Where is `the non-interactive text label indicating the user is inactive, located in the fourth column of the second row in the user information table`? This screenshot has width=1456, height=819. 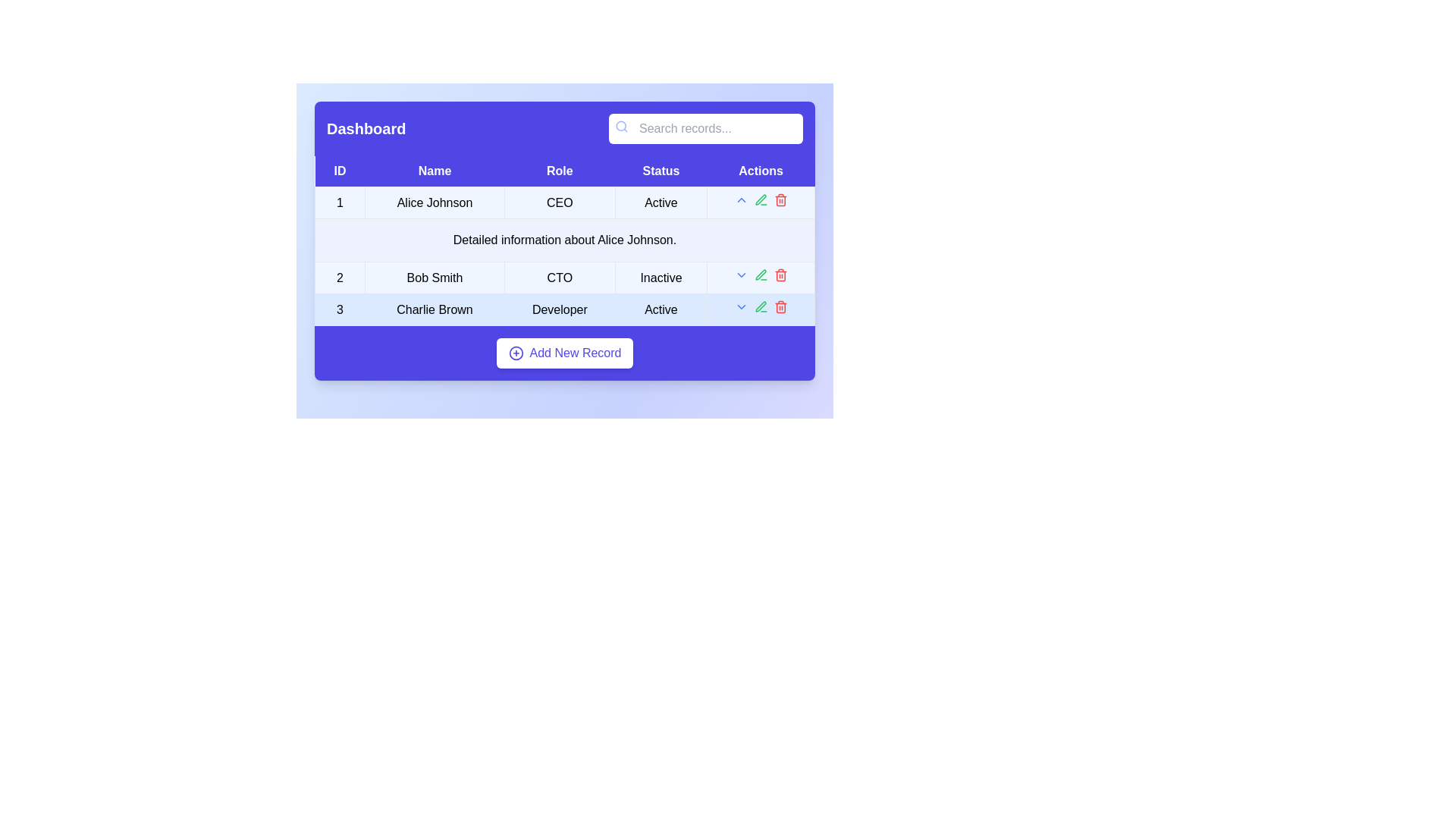
the non-interactive text label indicating the user is inactive, located in the fourth column of the second row in the user information table is located at coordinates (661, 278).